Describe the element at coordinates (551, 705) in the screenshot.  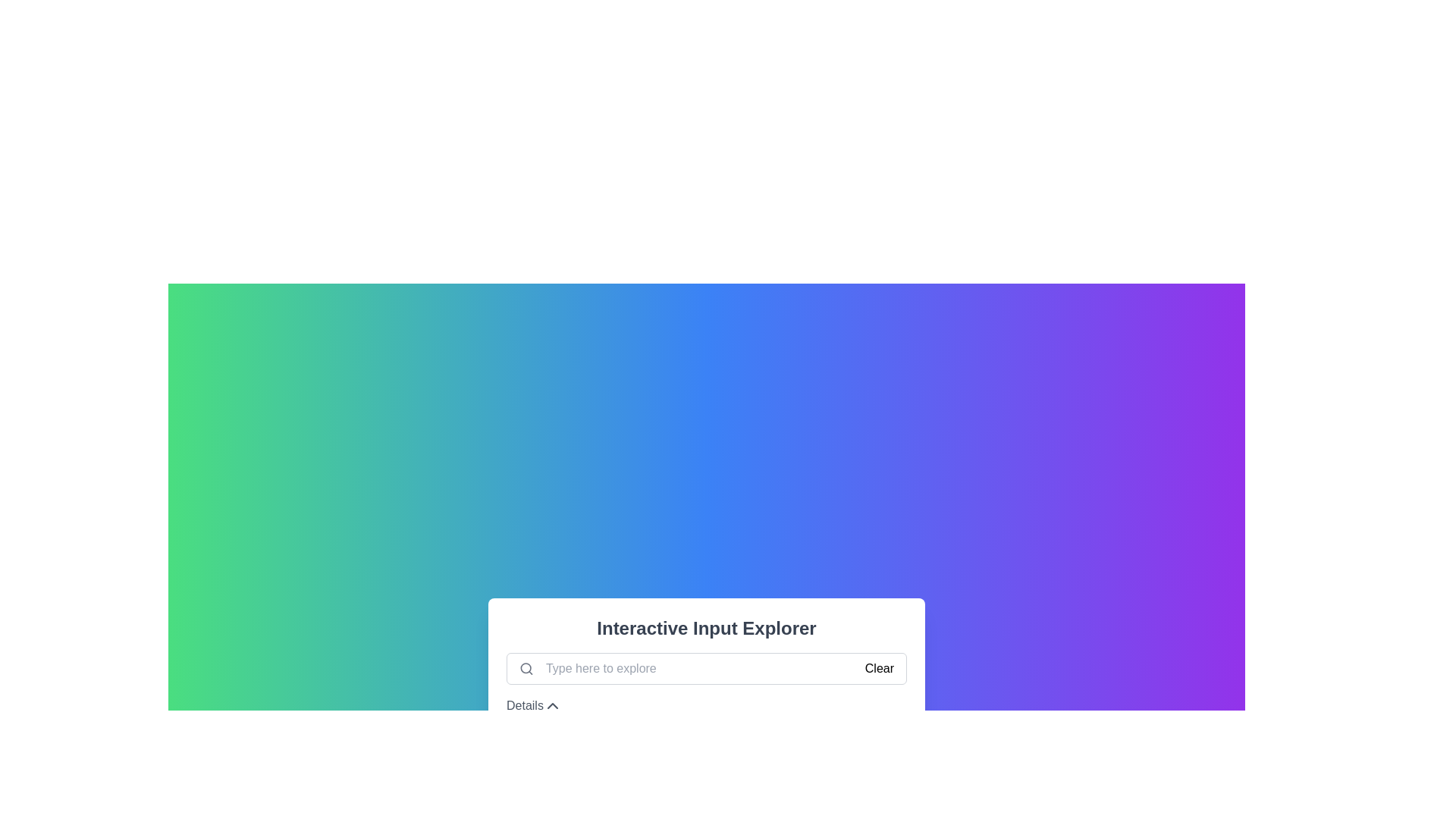
I see `the small, upward-pointing chevron icon located to the right of the 'Details' text in the 'Interactive Input Explorer' section` at that location.